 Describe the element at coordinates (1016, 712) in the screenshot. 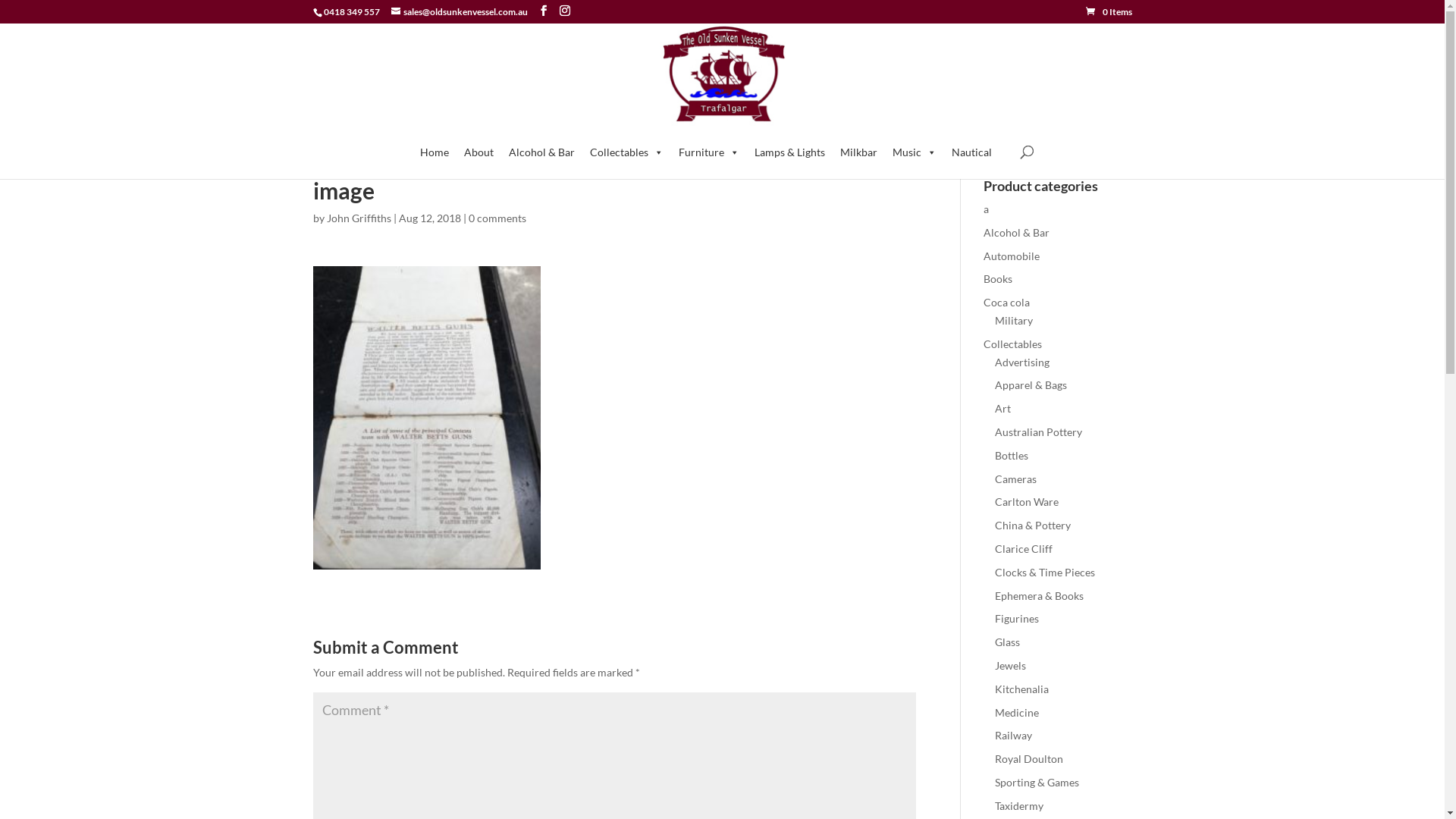

I see `'Medicine'` at that location.